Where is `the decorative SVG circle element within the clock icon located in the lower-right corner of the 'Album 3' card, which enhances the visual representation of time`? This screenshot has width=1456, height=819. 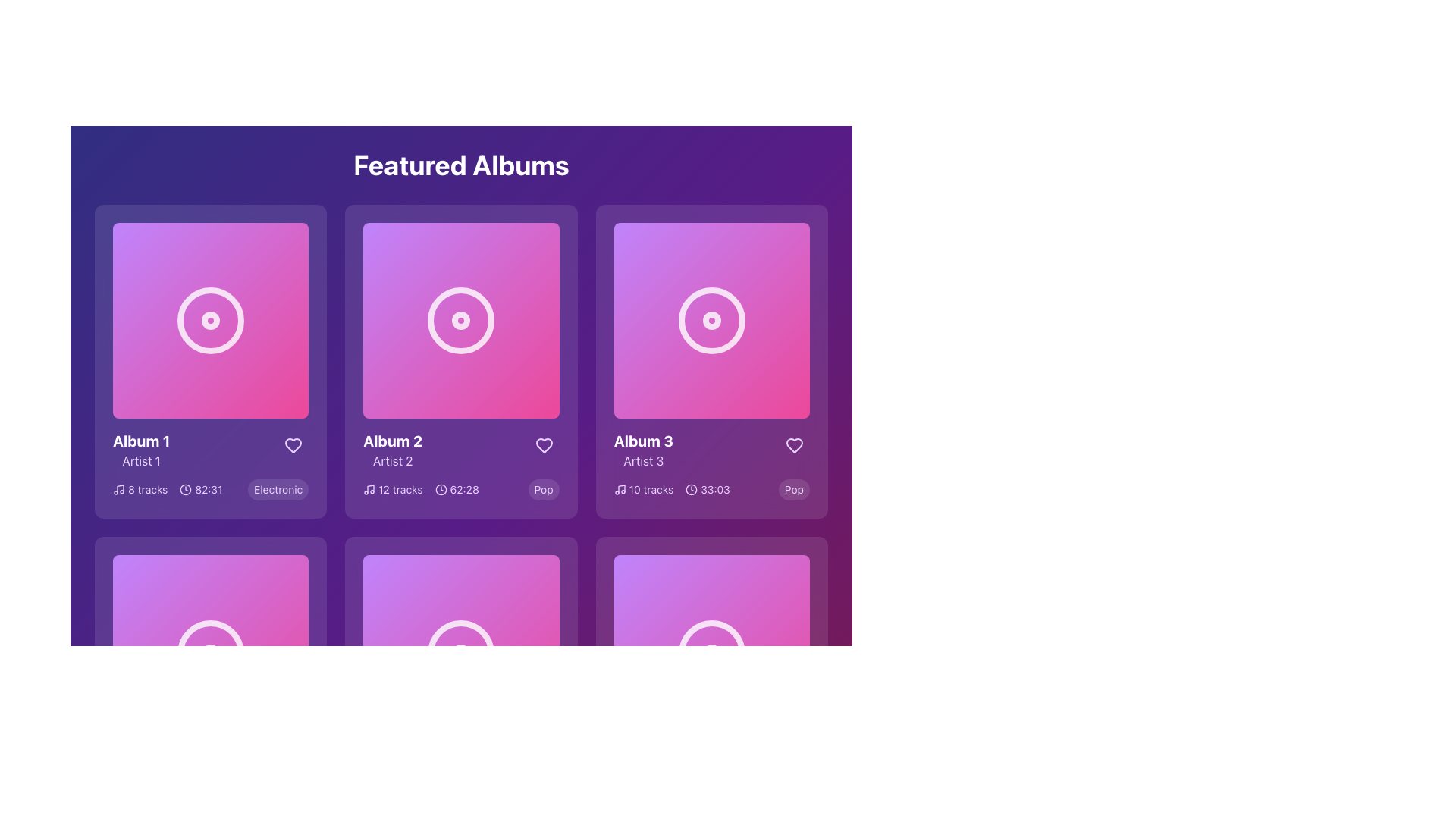
the decorative SVG circle element within the clock icon located in the lower-right corner of the 'Album 3' card, which enhances the visual representation of time is located at coordinates (691, 490).